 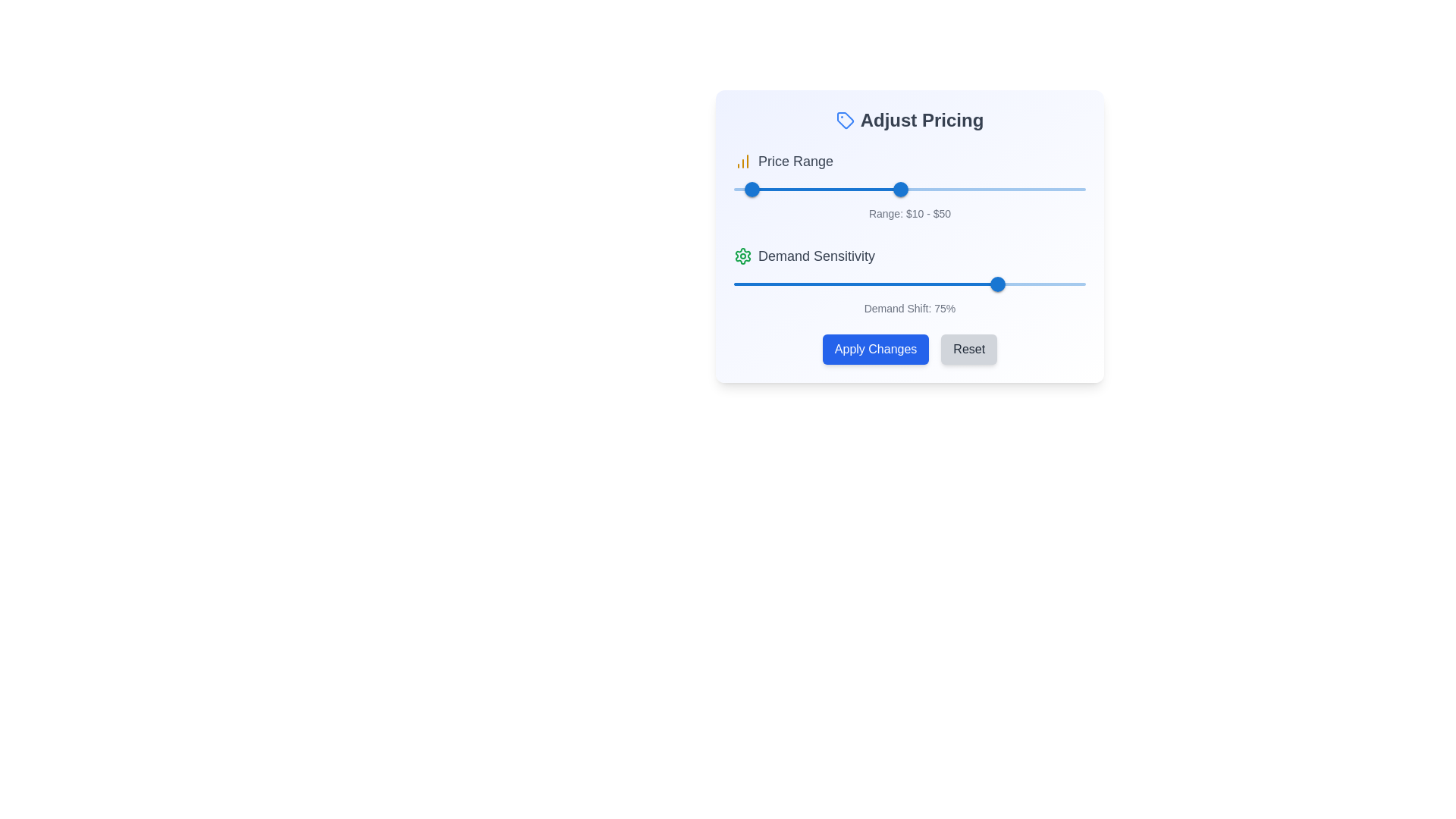 I want to click on the price range slider, so click(x=899, y=189).